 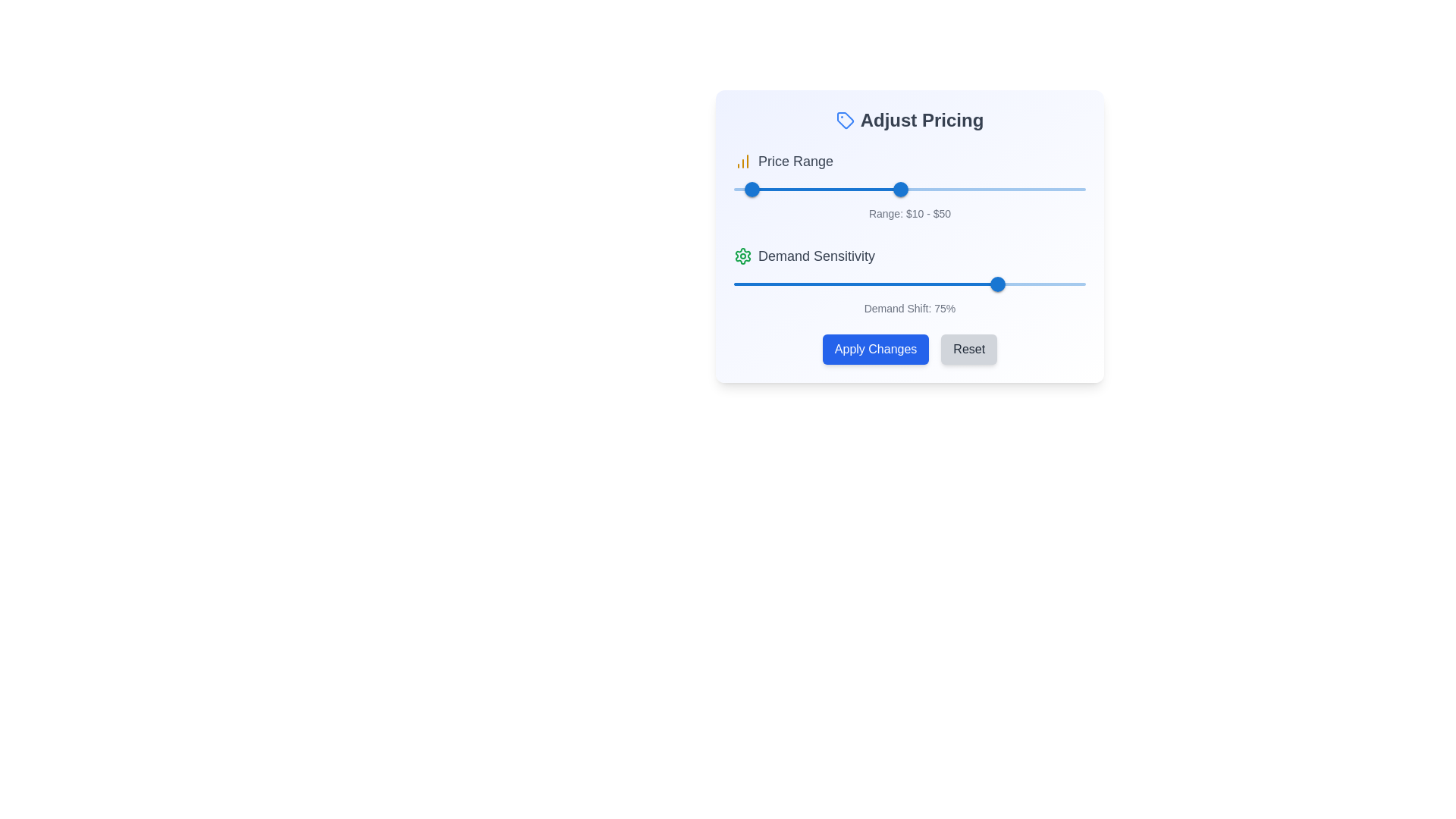 I want to click on the price range slider, so click(x=899, y=189).